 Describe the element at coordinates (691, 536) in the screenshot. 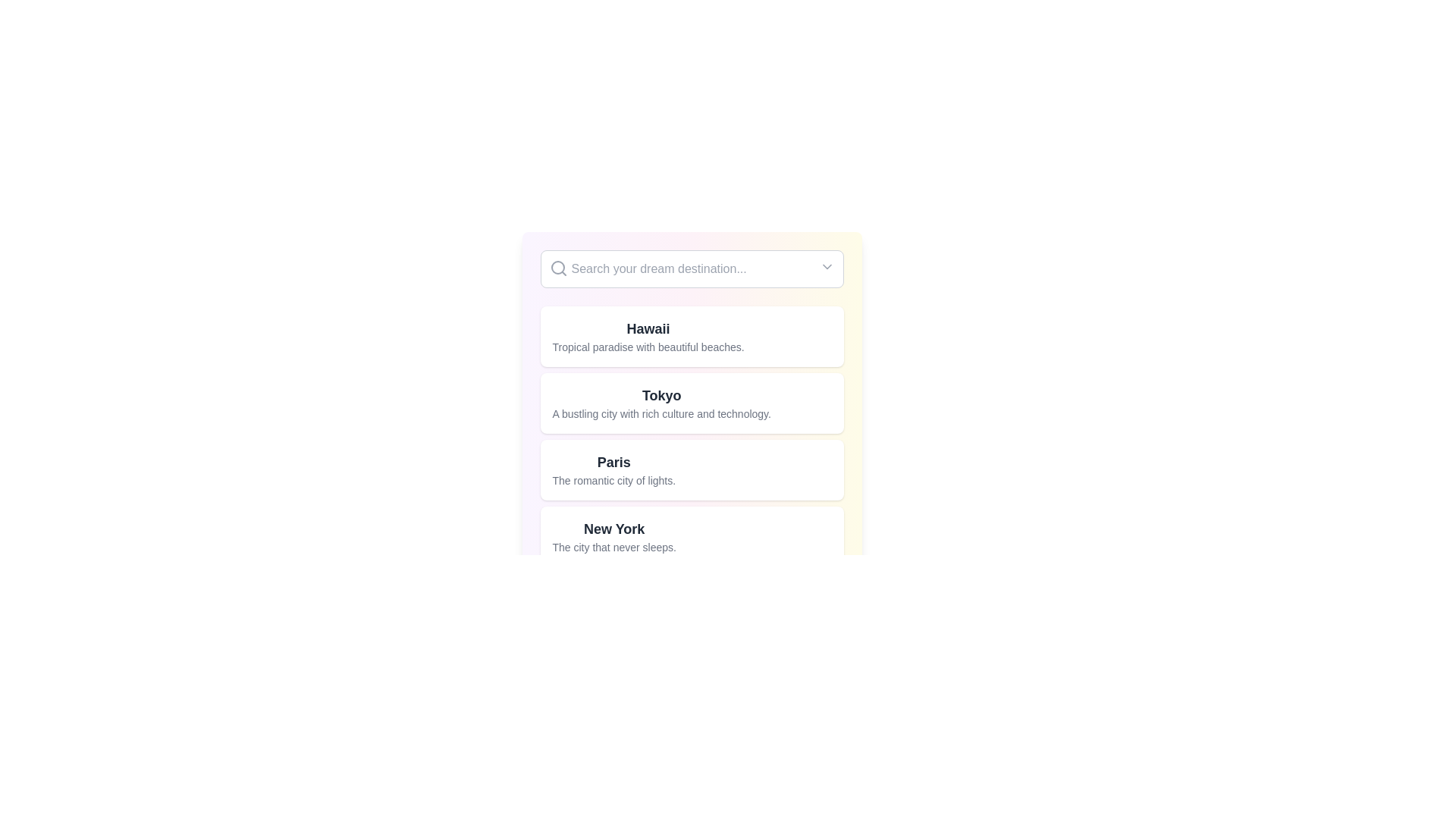

I see `the last List item with the text 'New York' which is styled with bold and large text` at that location.